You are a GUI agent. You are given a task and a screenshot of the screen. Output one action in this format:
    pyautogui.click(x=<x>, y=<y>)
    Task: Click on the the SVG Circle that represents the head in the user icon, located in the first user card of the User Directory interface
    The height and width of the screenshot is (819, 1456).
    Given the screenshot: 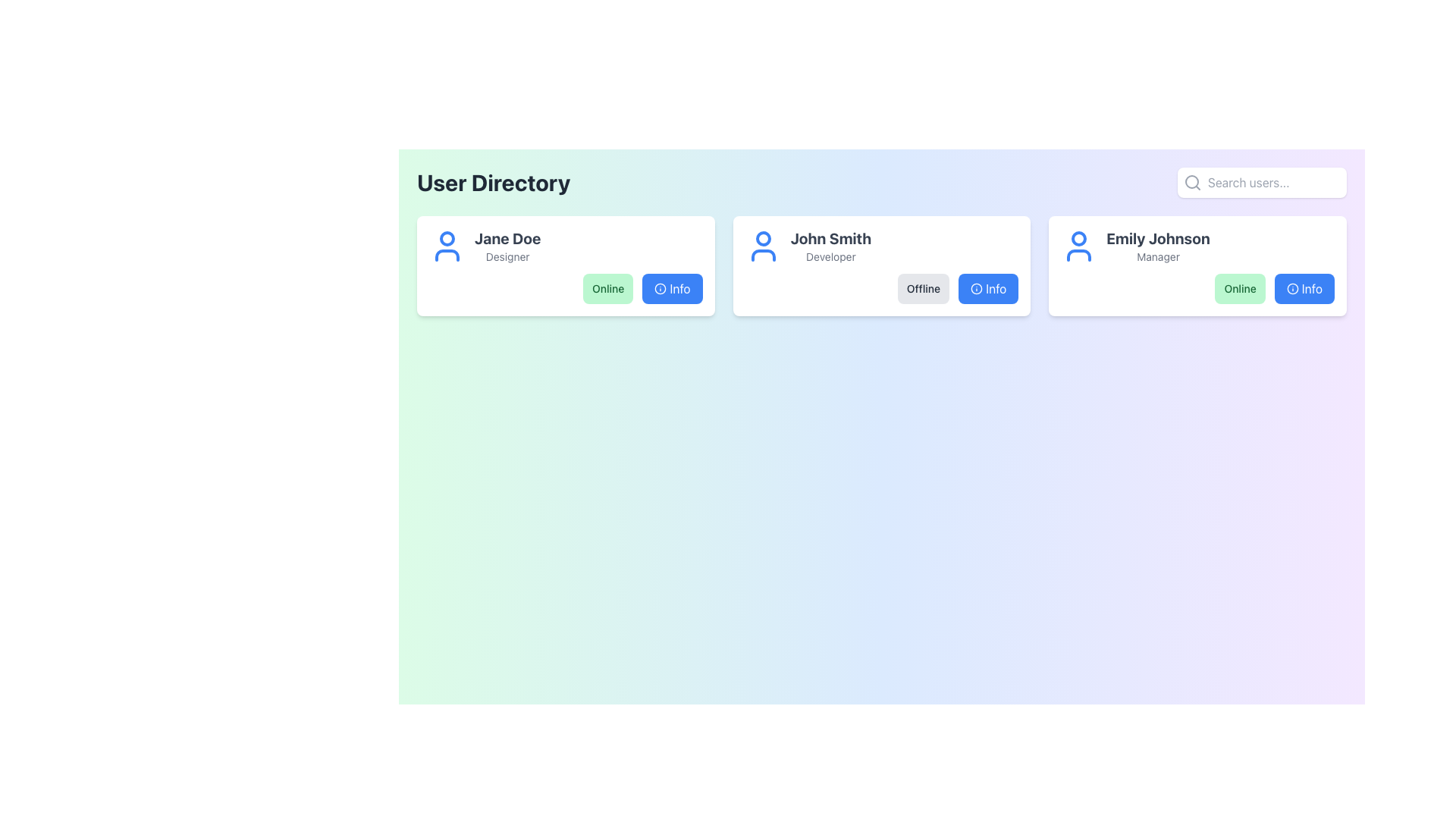 What is the action you would take?
    pyautogui.click(x=447, y=239)
    